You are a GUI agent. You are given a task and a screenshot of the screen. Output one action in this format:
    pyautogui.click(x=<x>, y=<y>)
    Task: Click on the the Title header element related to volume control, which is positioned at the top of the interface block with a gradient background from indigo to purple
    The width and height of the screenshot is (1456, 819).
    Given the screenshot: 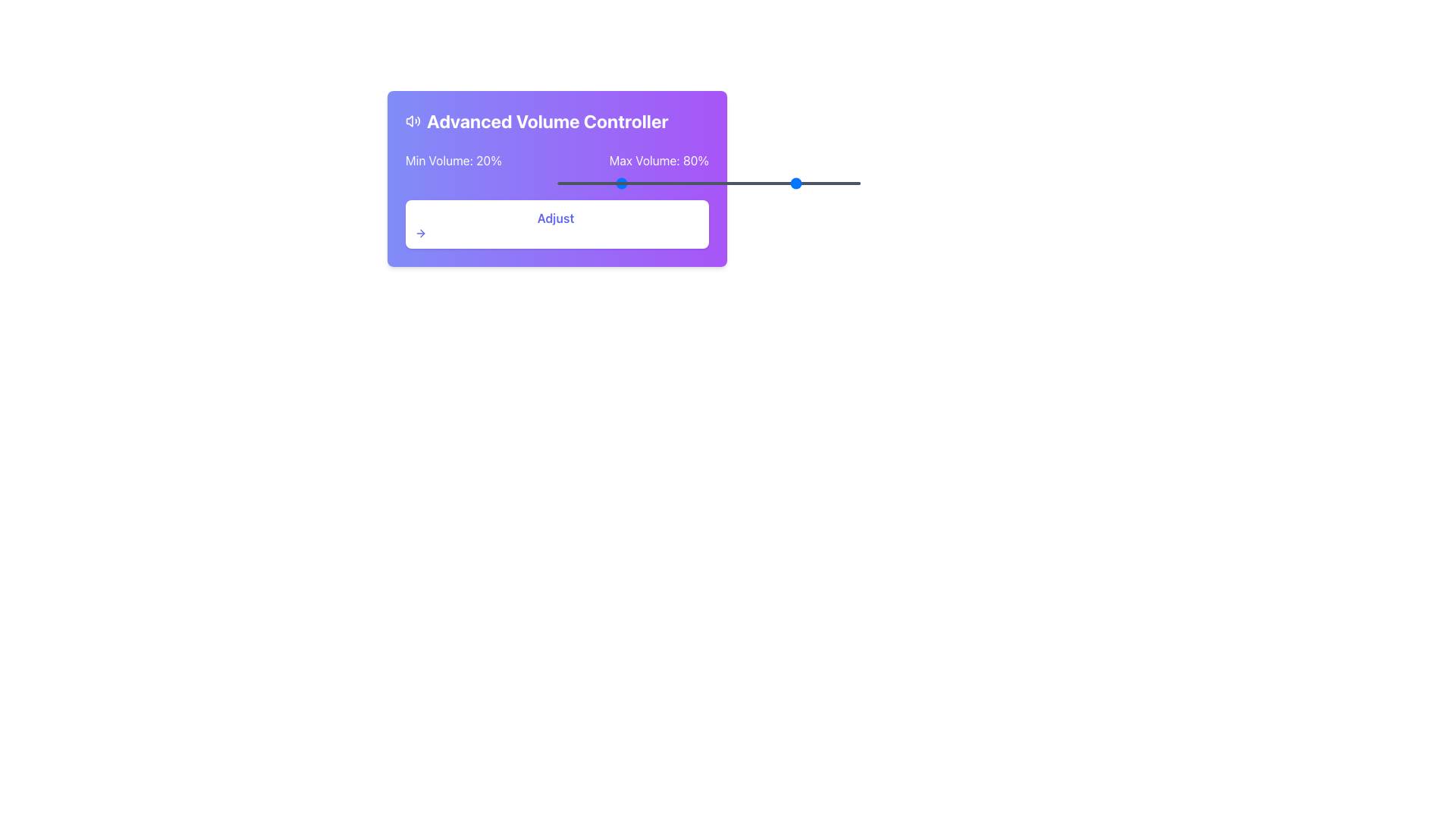 What is the action you would take?
    pyautogui.click(x=556, y=120)
    